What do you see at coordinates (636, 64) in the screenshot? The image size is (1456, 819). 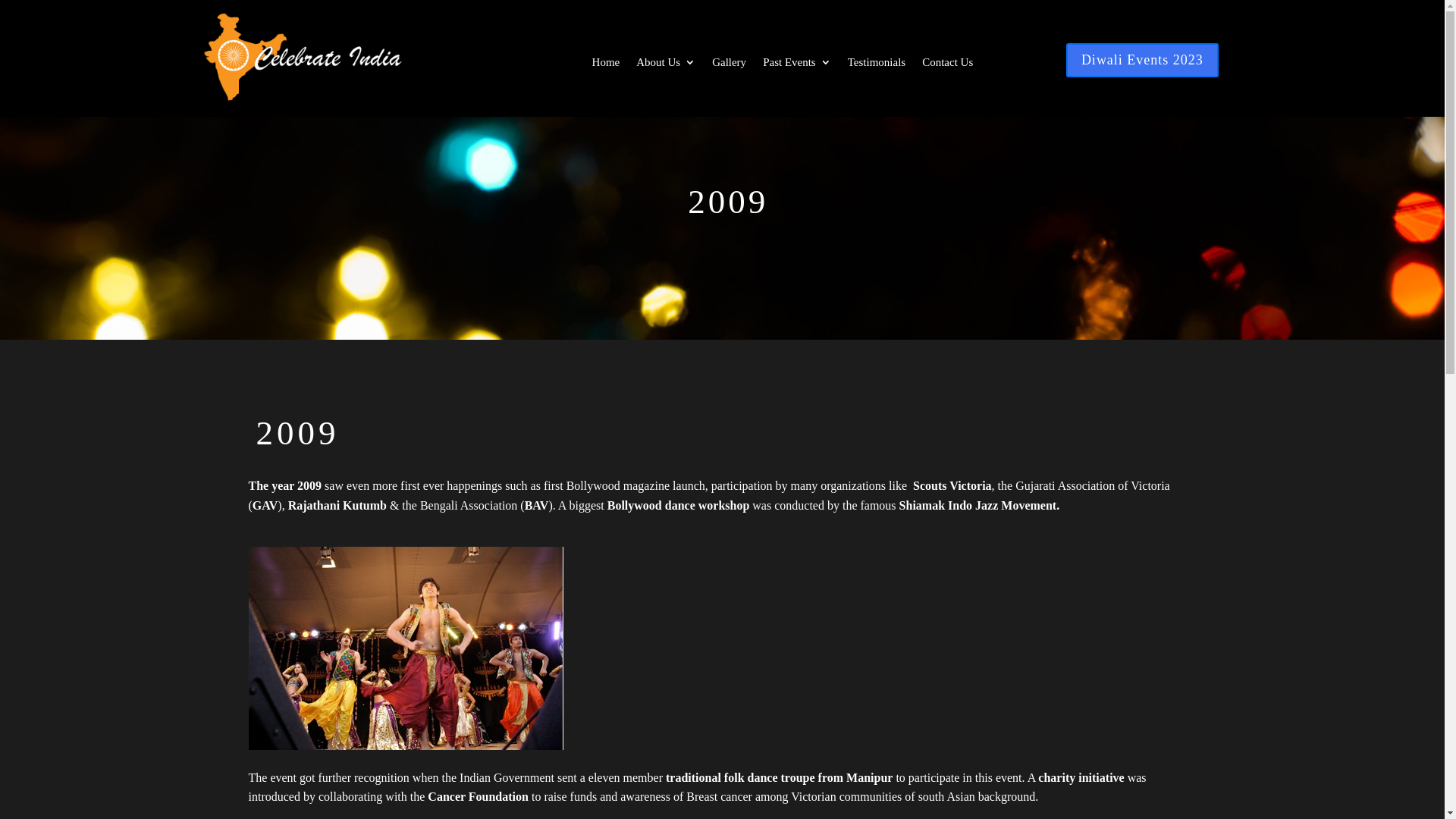 I see `'About Us'` at bounding box center [636, 64].